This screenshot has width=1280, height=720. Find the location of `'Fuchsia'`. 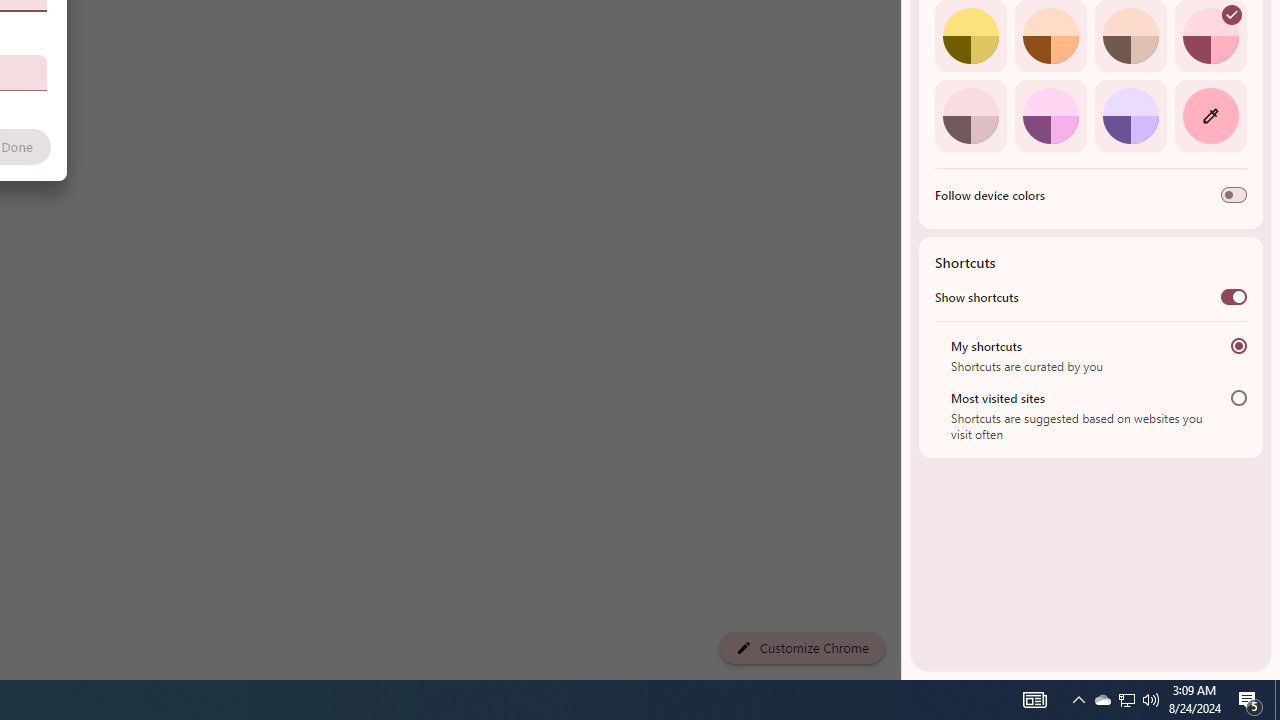

'Fuchsia' is located at coordinates (1049, 115).